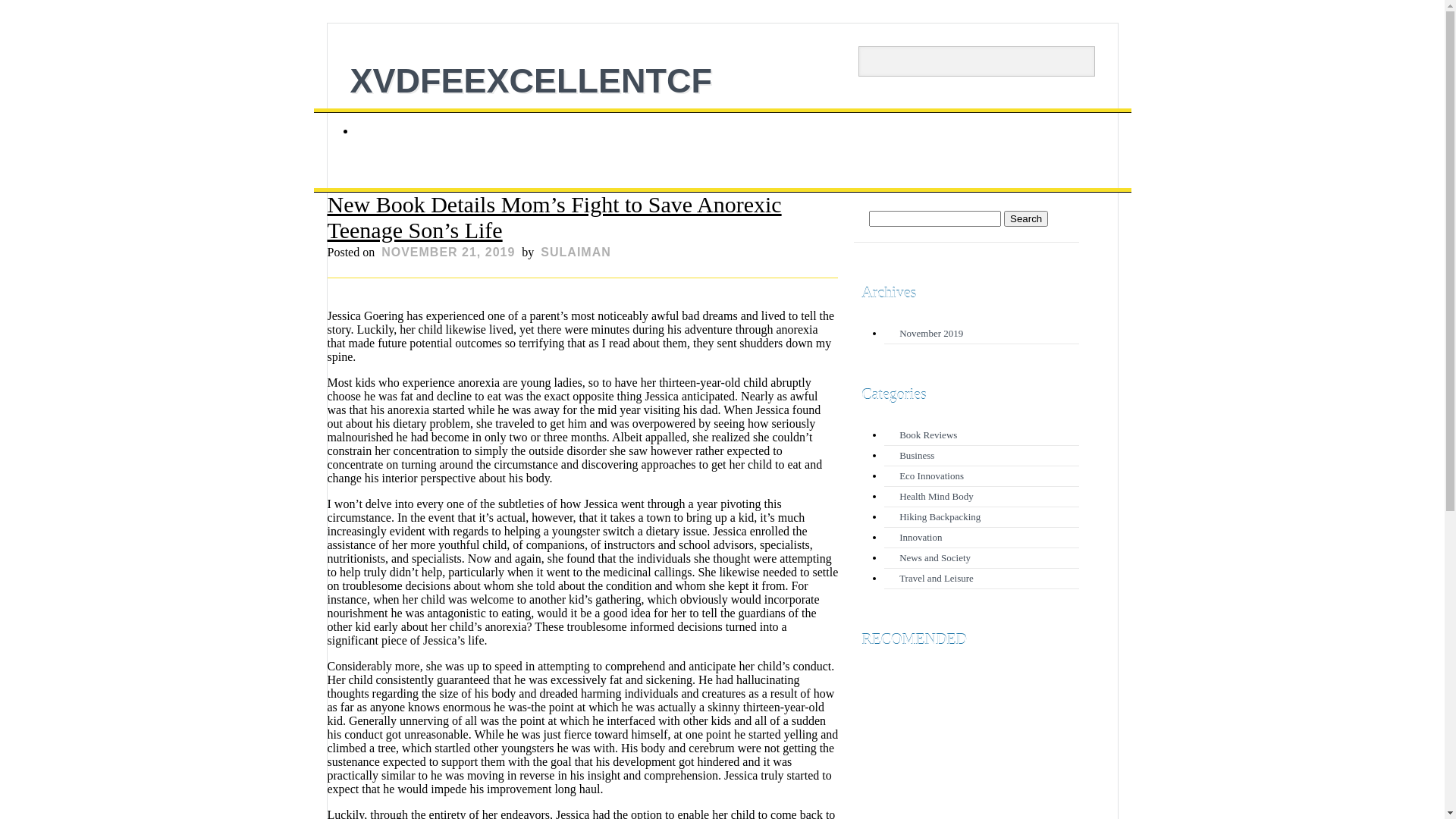 The image size is (1456, 819). What do you see at coordinates (935, 496) in the screenshot?
I see `'Health Mind Body'` at bounding box center [935, 496].